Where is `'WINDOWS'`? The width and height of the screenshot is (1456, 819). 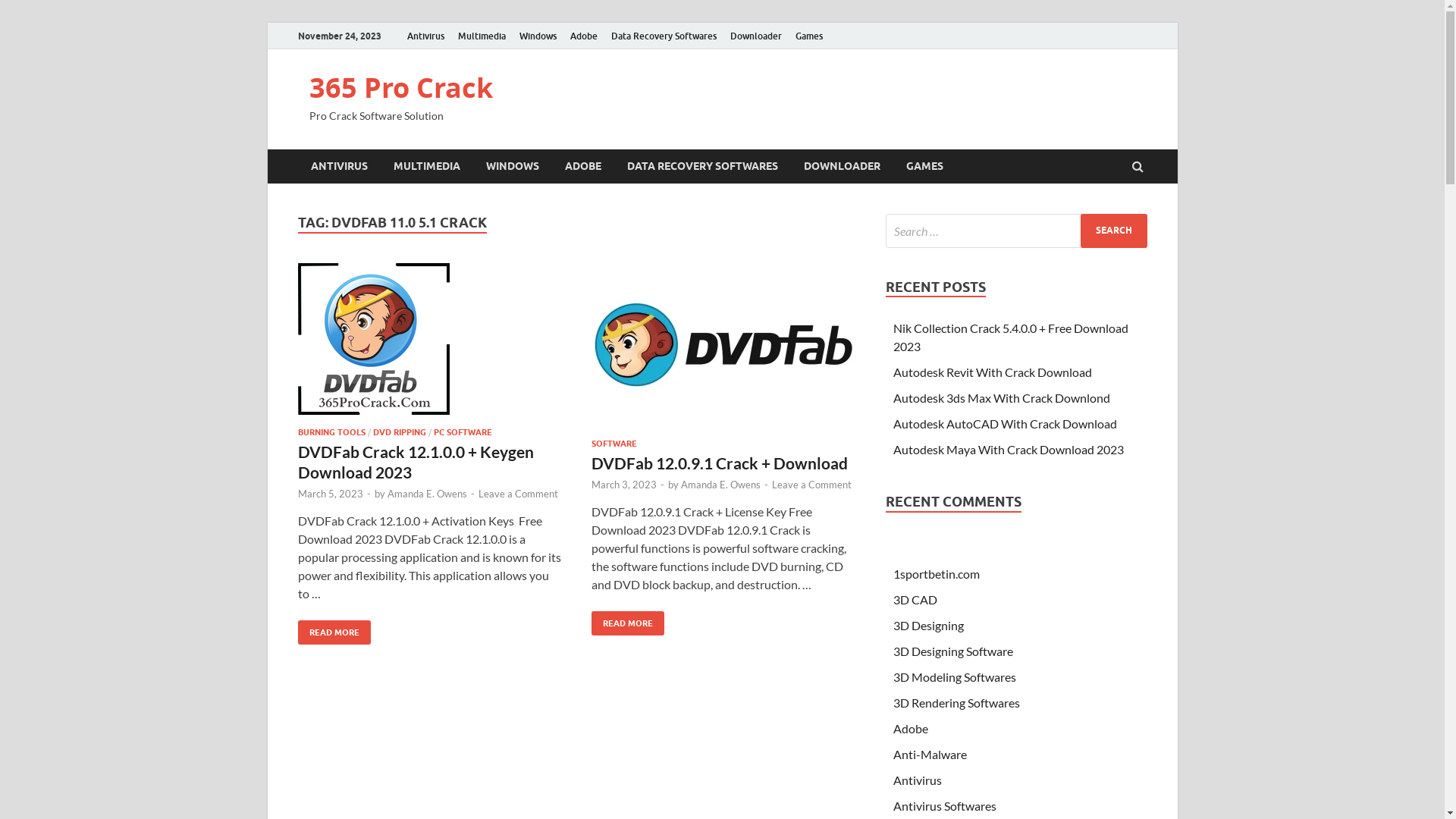
'WINDOWS' is located at coordinates (513, 166).